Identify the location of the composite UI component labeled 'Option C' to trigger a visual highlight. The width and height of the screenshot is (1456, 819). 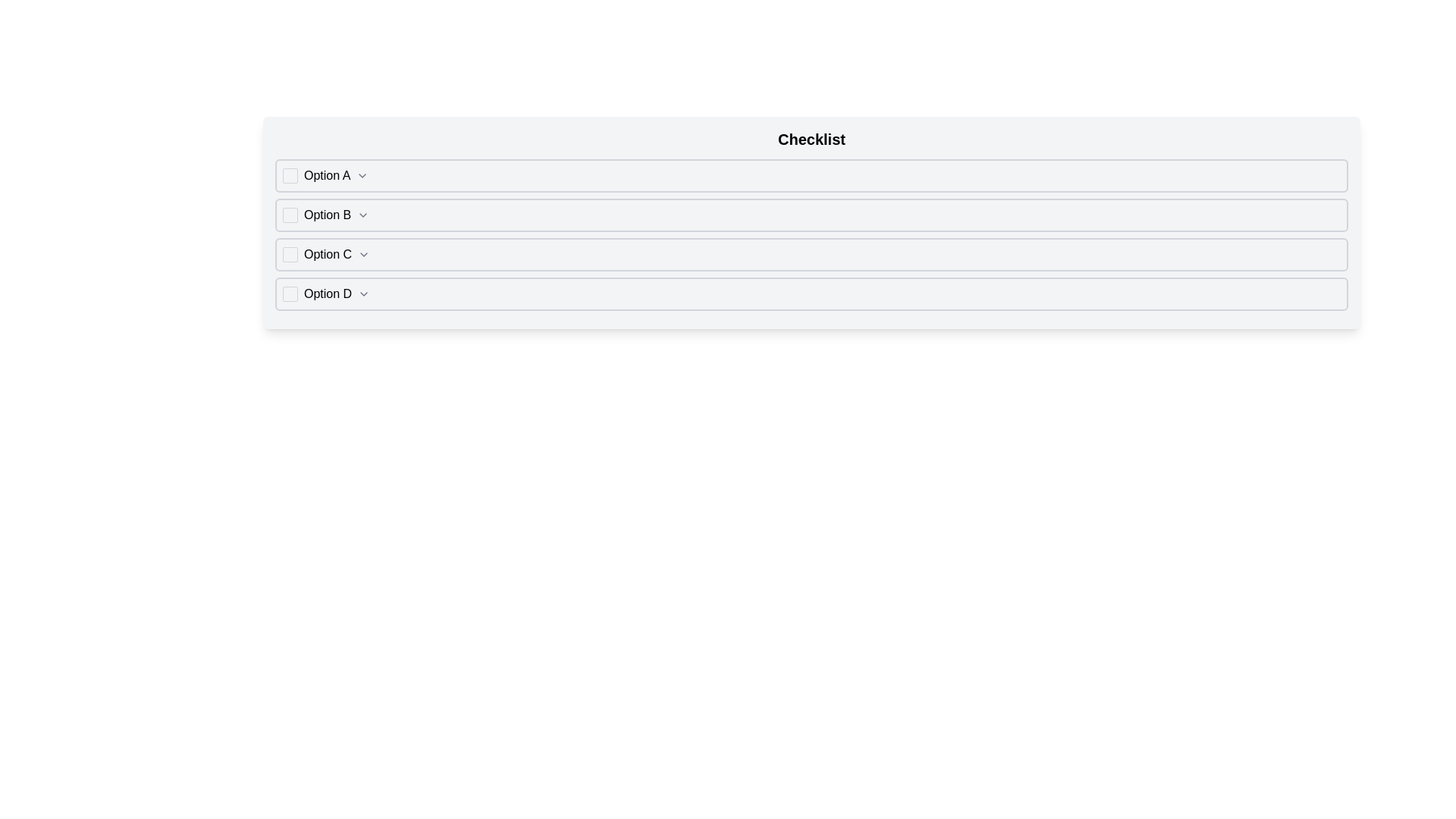
(811, 253).